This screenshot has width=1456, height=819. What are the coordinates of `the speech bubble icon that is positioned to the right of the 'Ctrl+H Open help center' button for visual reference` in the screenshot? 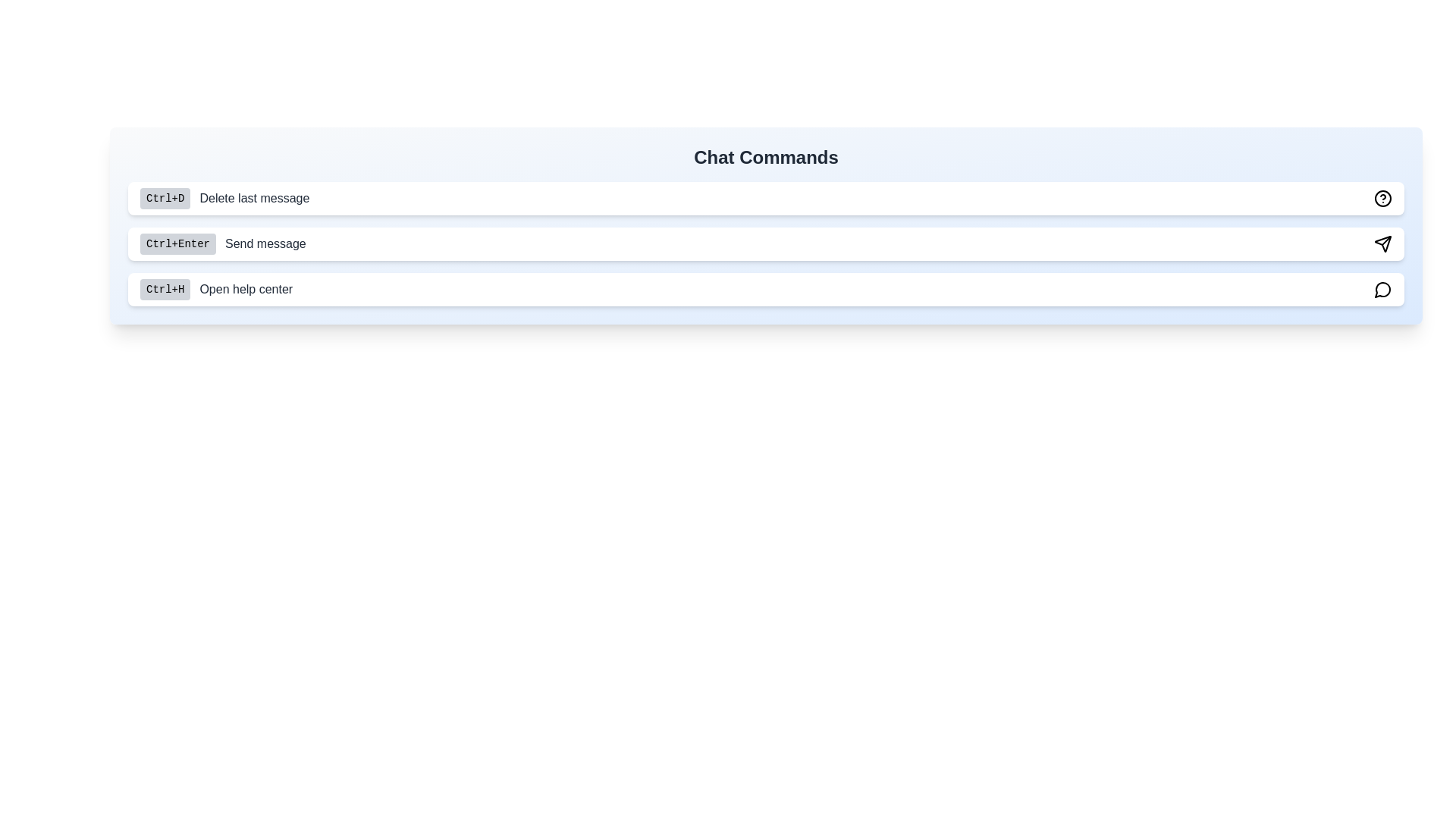 It's located at (1383, 289).